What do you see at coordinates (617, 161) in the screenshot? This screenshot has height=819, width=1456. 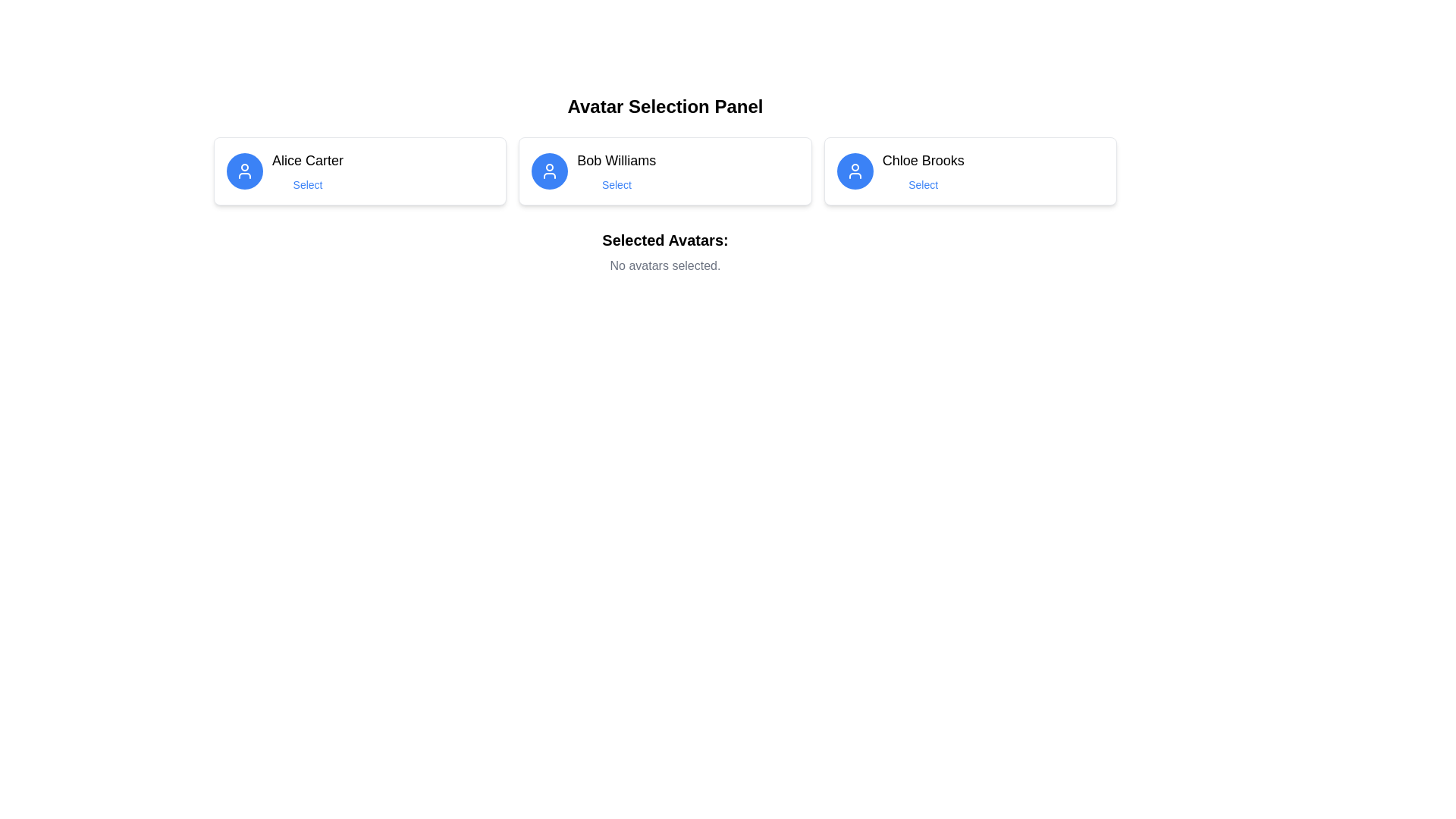 I see `text content of the text label displaying 'Bob Williams', which is positioned above the blue 'Select' button in the user card labeled 'Bob Williams'` at bounding box center [617, 161].